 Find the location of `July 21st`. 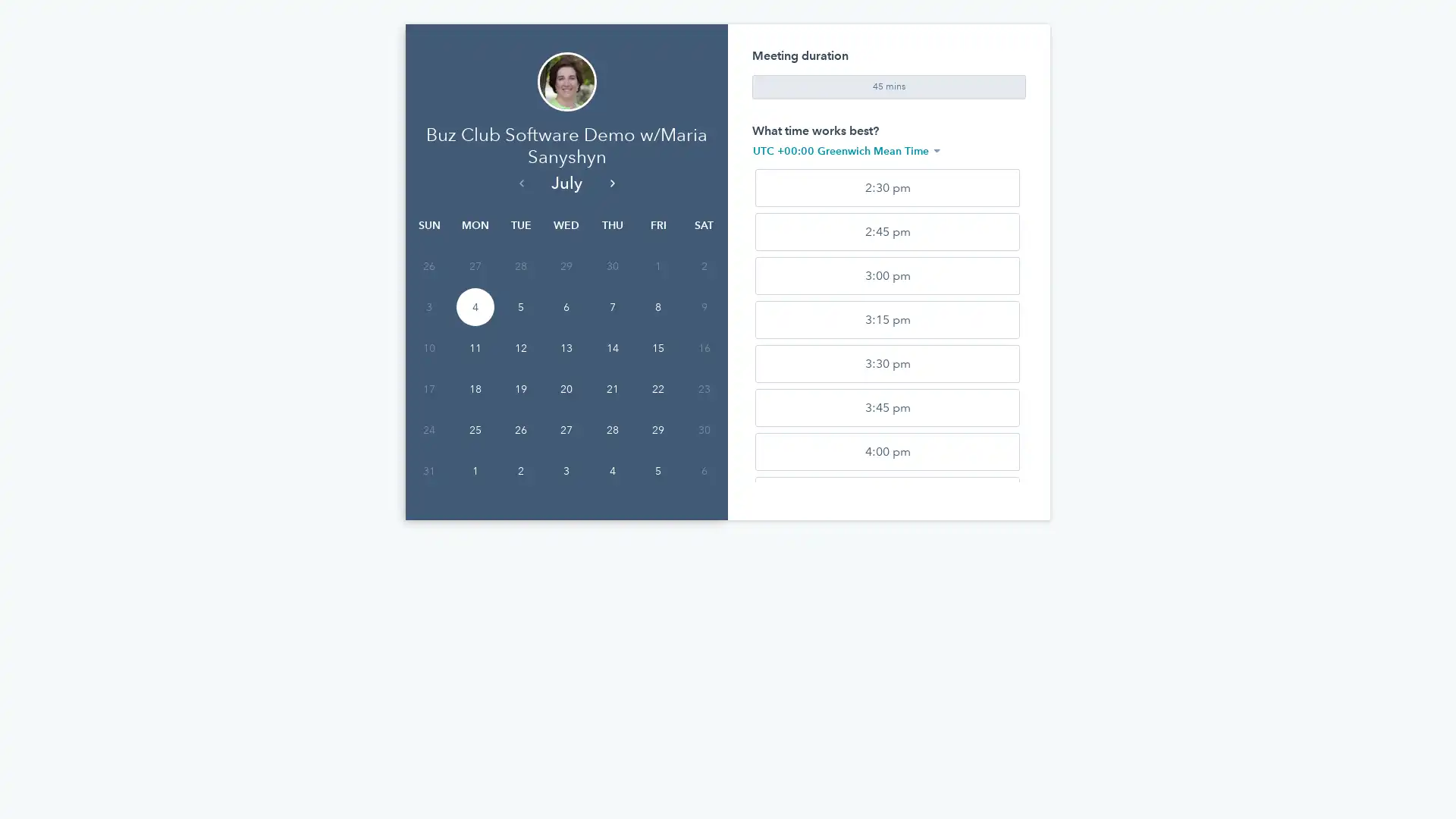

July 21st is located at coordinates (611, 446).